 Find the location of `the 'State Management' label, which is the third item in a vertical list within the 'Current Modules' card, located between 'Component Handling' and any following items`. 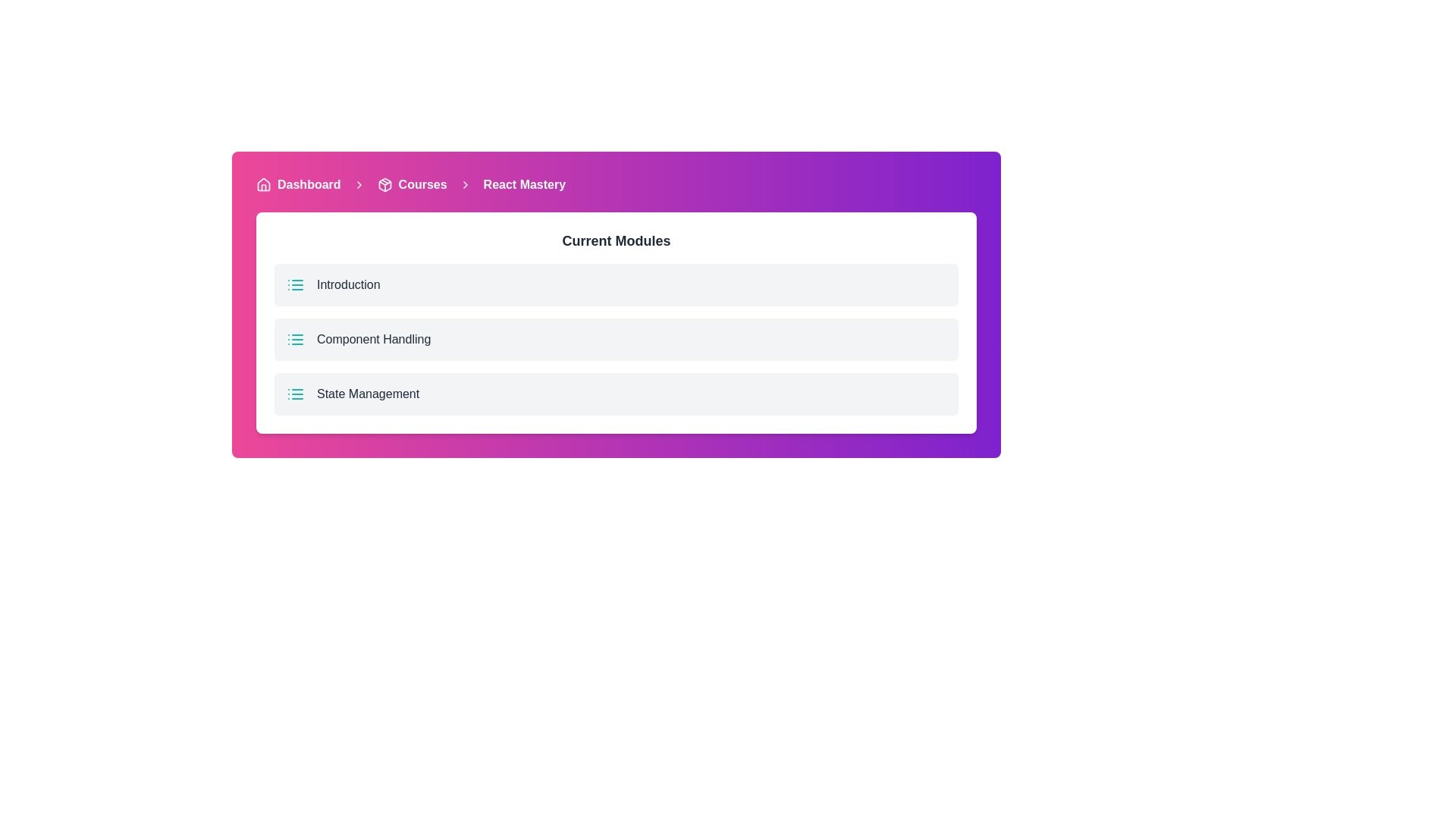

the 'State Management' label, which is the third item in a vertical list within the 'Current Modules' card, located between 'Component Handling' and any following items is located at coordinates (368, 394).